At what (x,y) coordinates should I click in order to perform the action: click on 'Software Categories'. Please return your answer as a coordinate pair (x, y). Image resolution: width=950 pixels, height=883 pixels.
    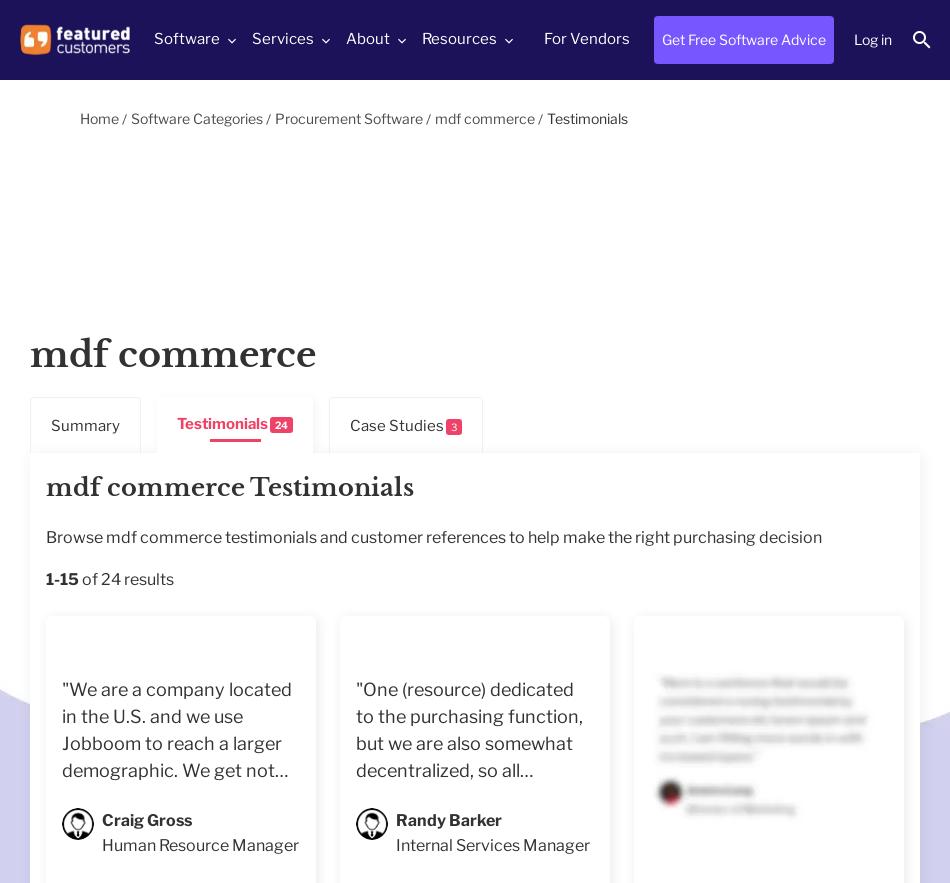
    Looking at the image, I should click on (197, 117).